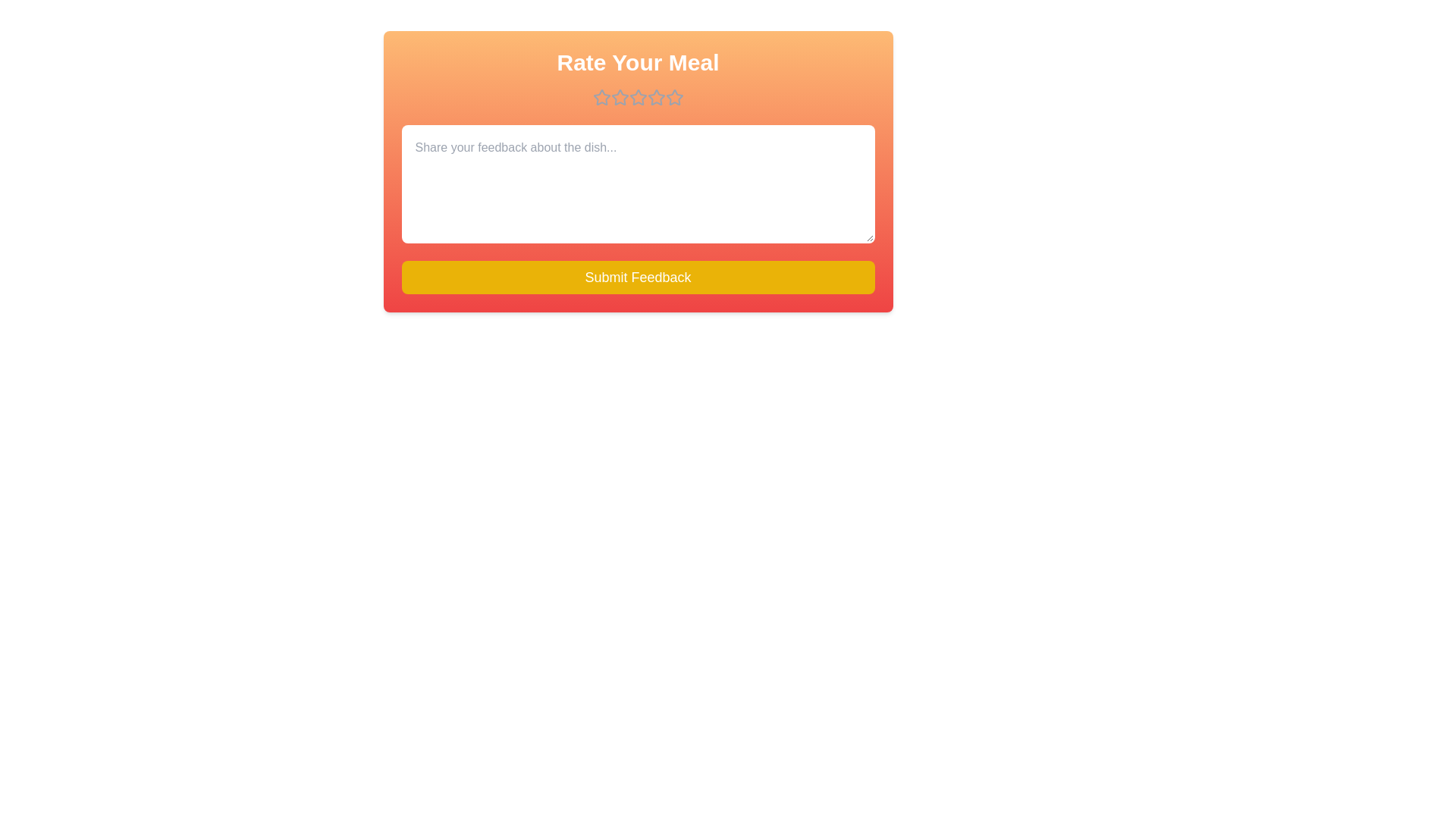  Describe the element at coordinates (656, 97) in the screenshot. I see `the star corresponding to 4 to preview the rating` at that location.